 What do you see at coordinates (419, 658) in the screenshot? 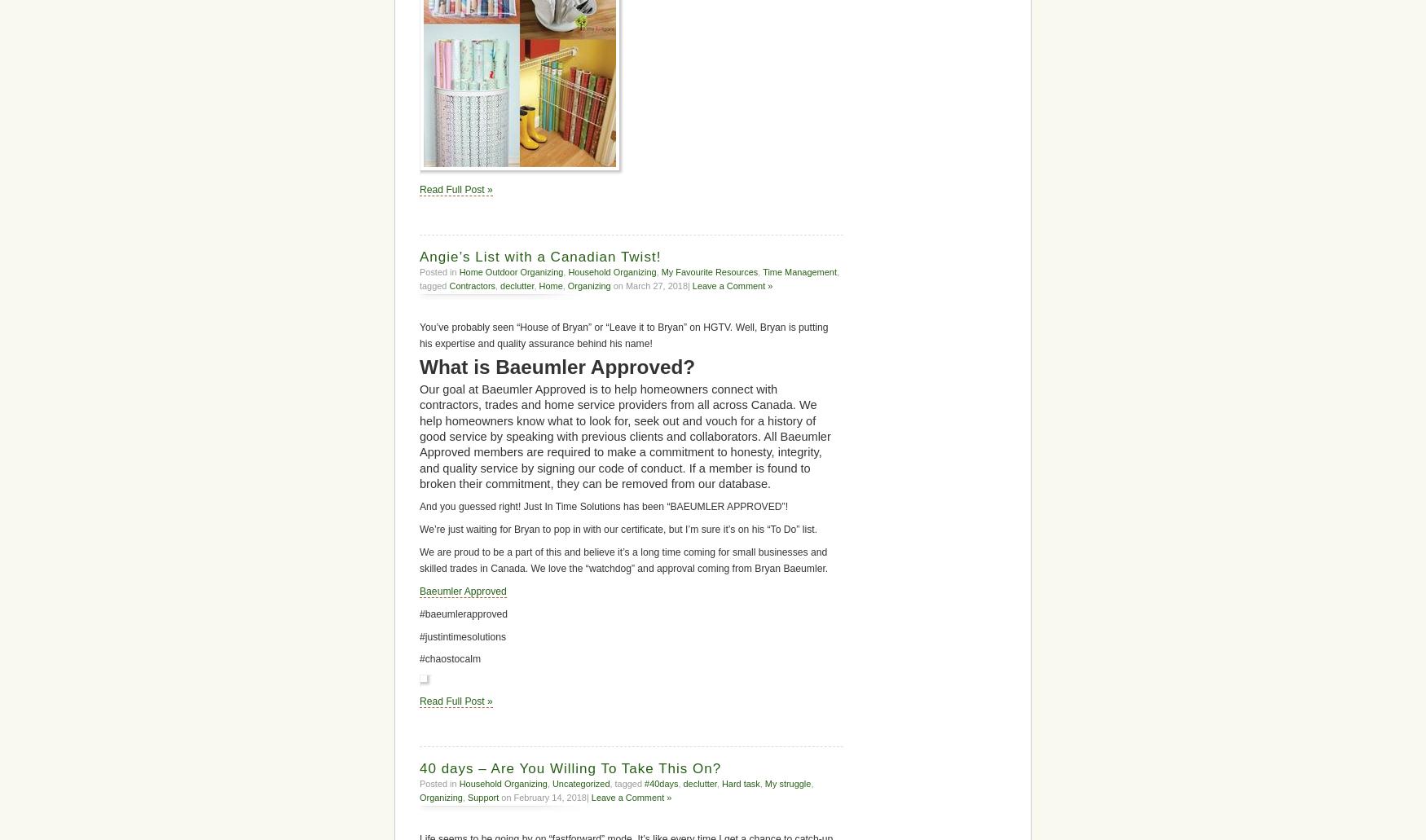
I see `'#chaostocalm'` at bounding box center [419, 658].